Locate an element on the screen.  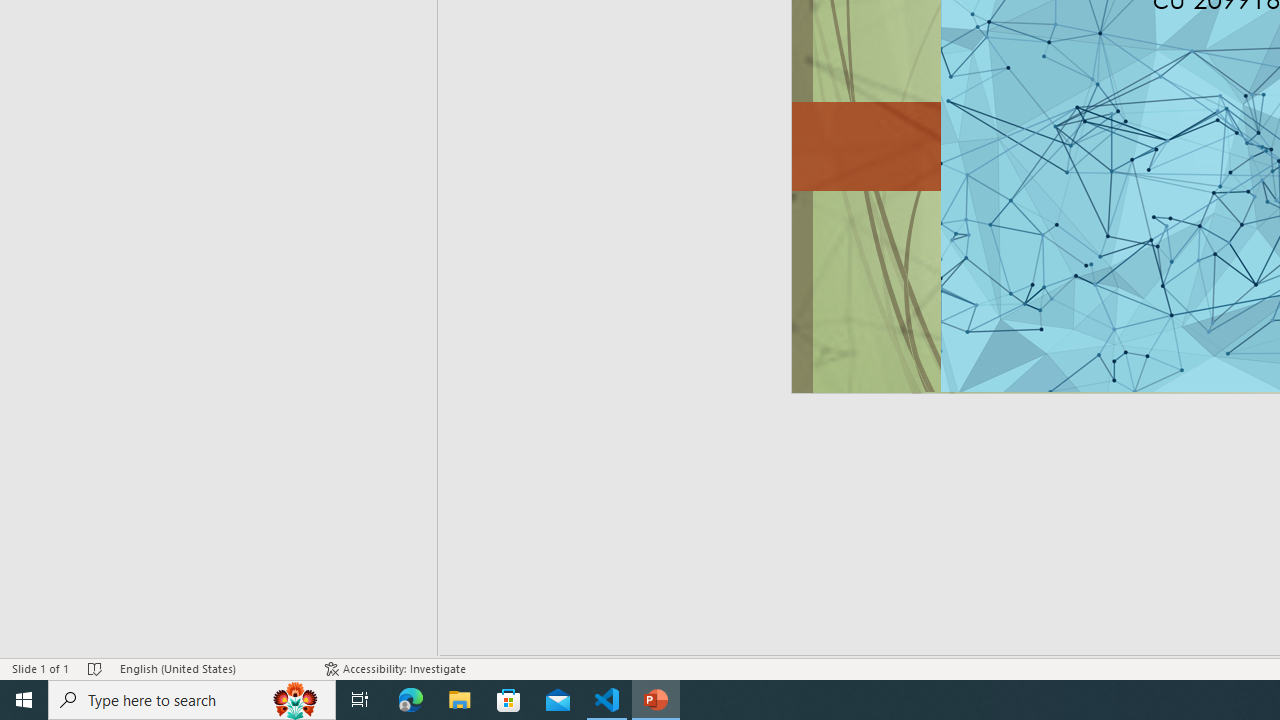
'Type here to search' is located at coordinates (192, 698).